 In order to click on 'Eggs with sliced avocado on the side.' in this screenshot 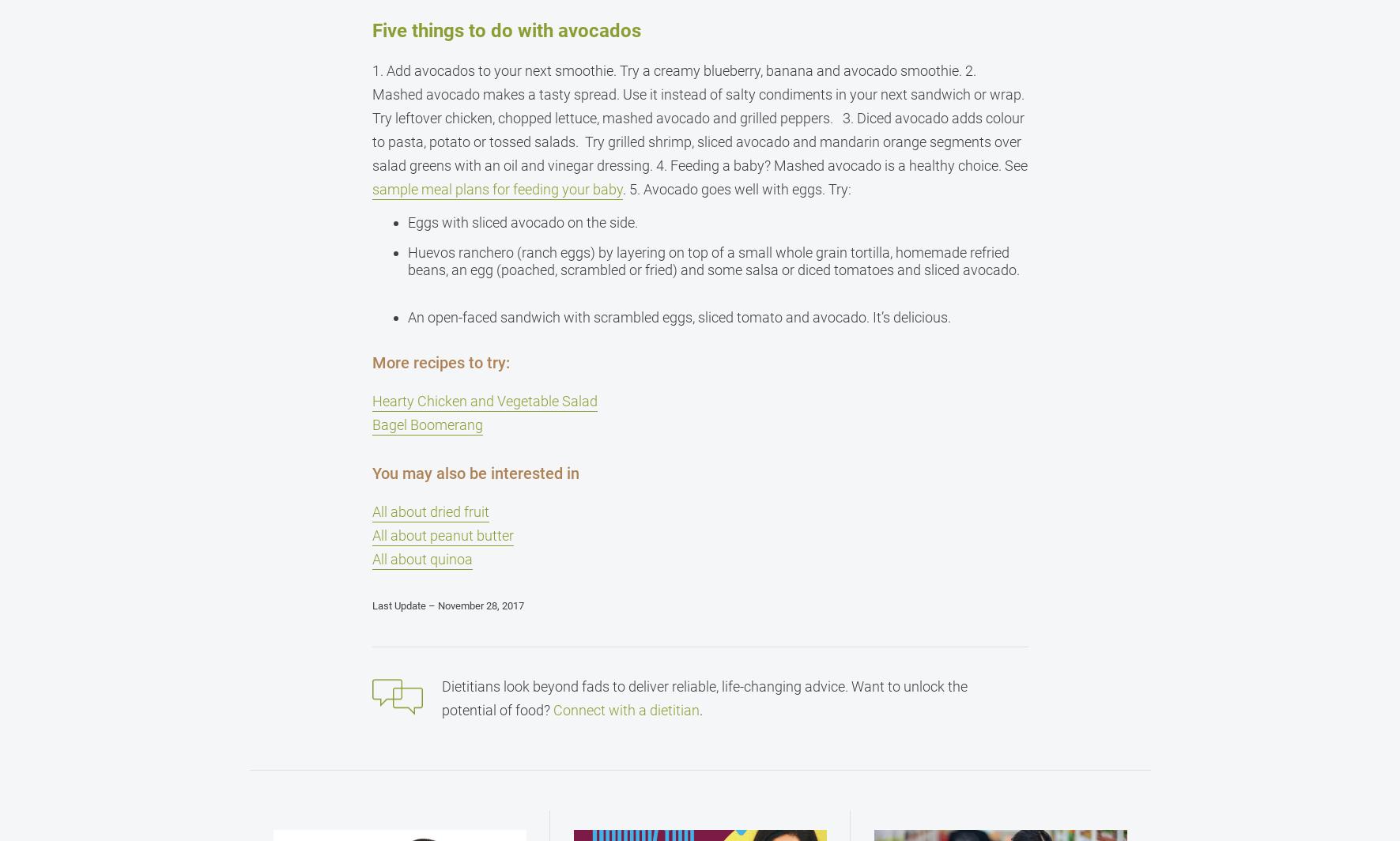, I will do `click(522, 222)`.